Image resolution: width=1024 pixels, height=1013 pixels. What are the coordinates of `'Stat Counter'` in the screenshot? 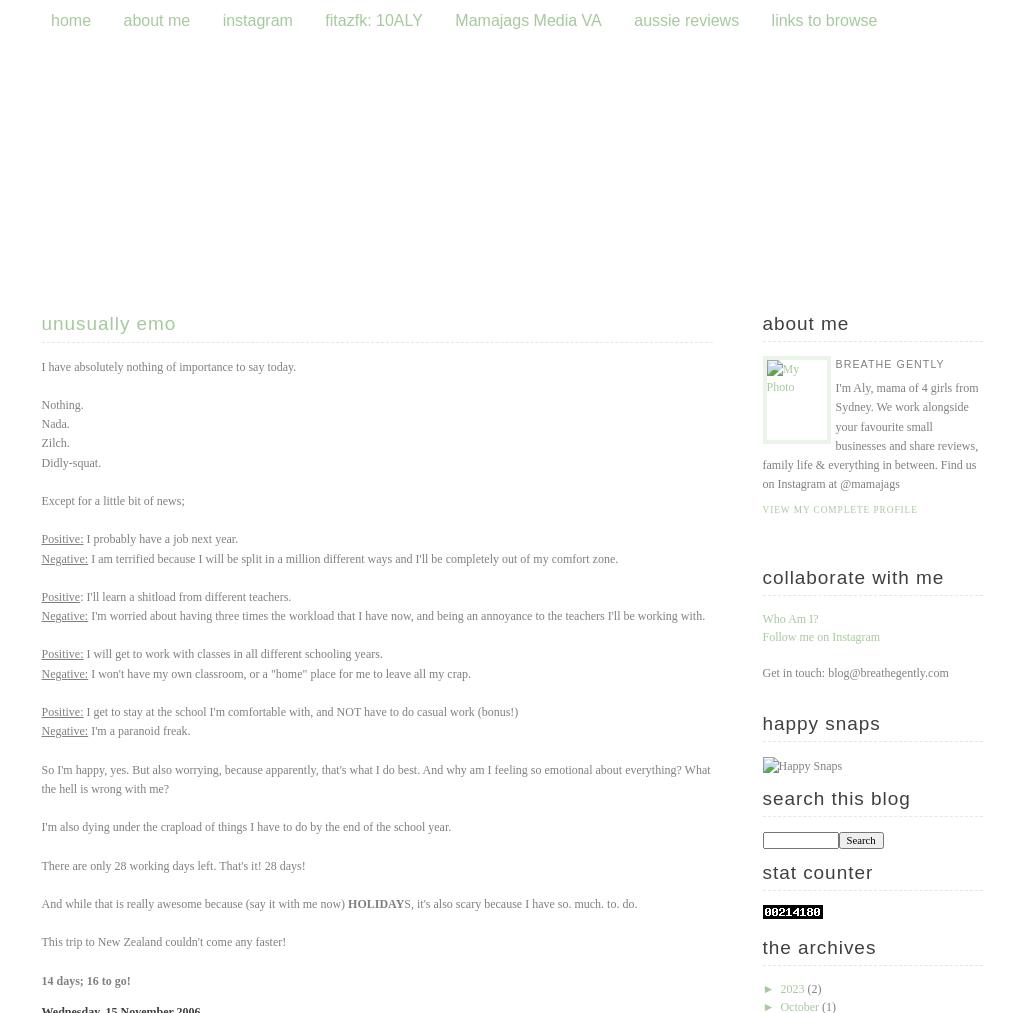 It's located at (816, 870).